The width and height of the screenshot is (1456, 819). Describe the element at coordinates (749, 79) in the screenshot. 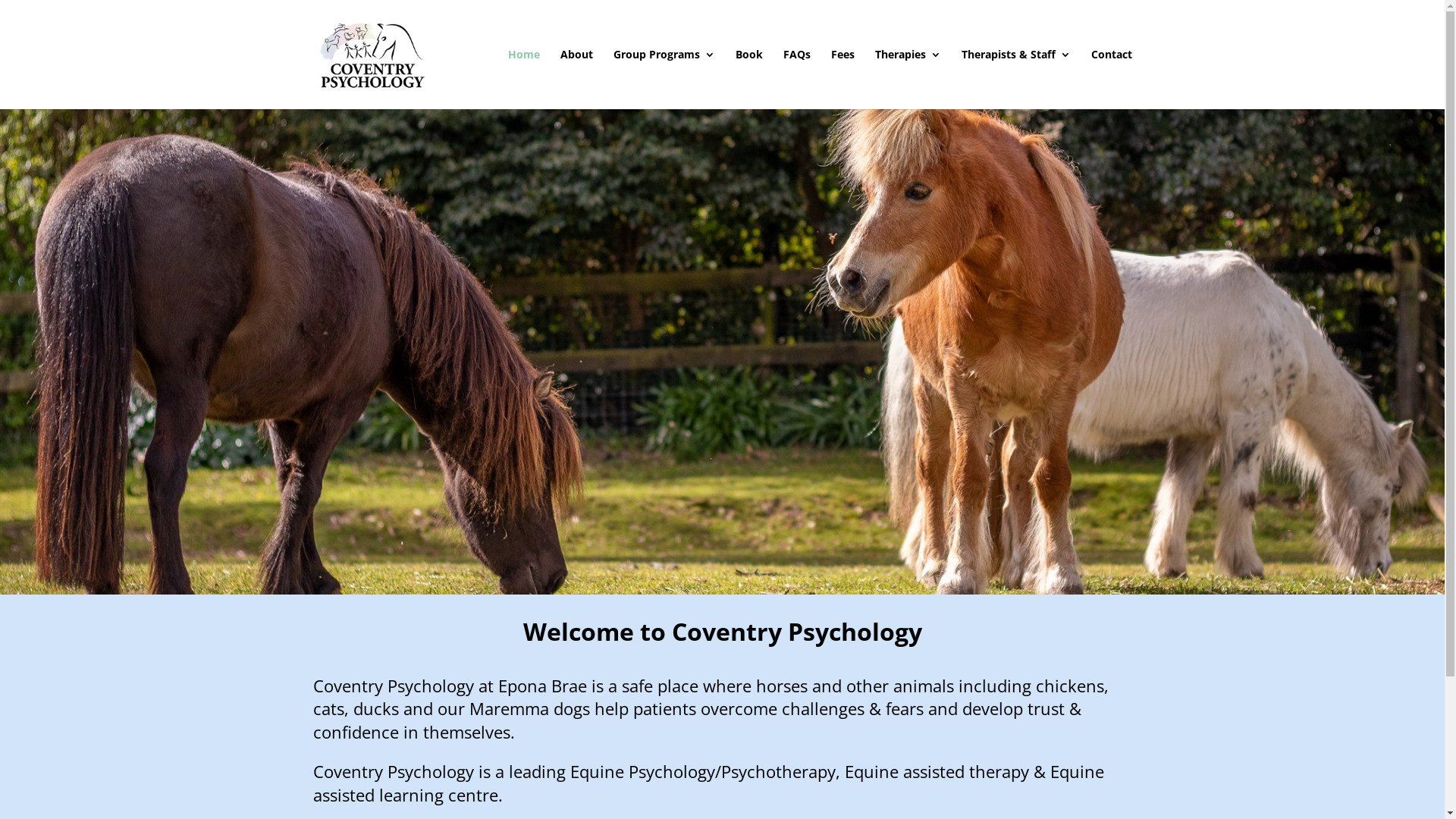

I see `'Book'` at that location.